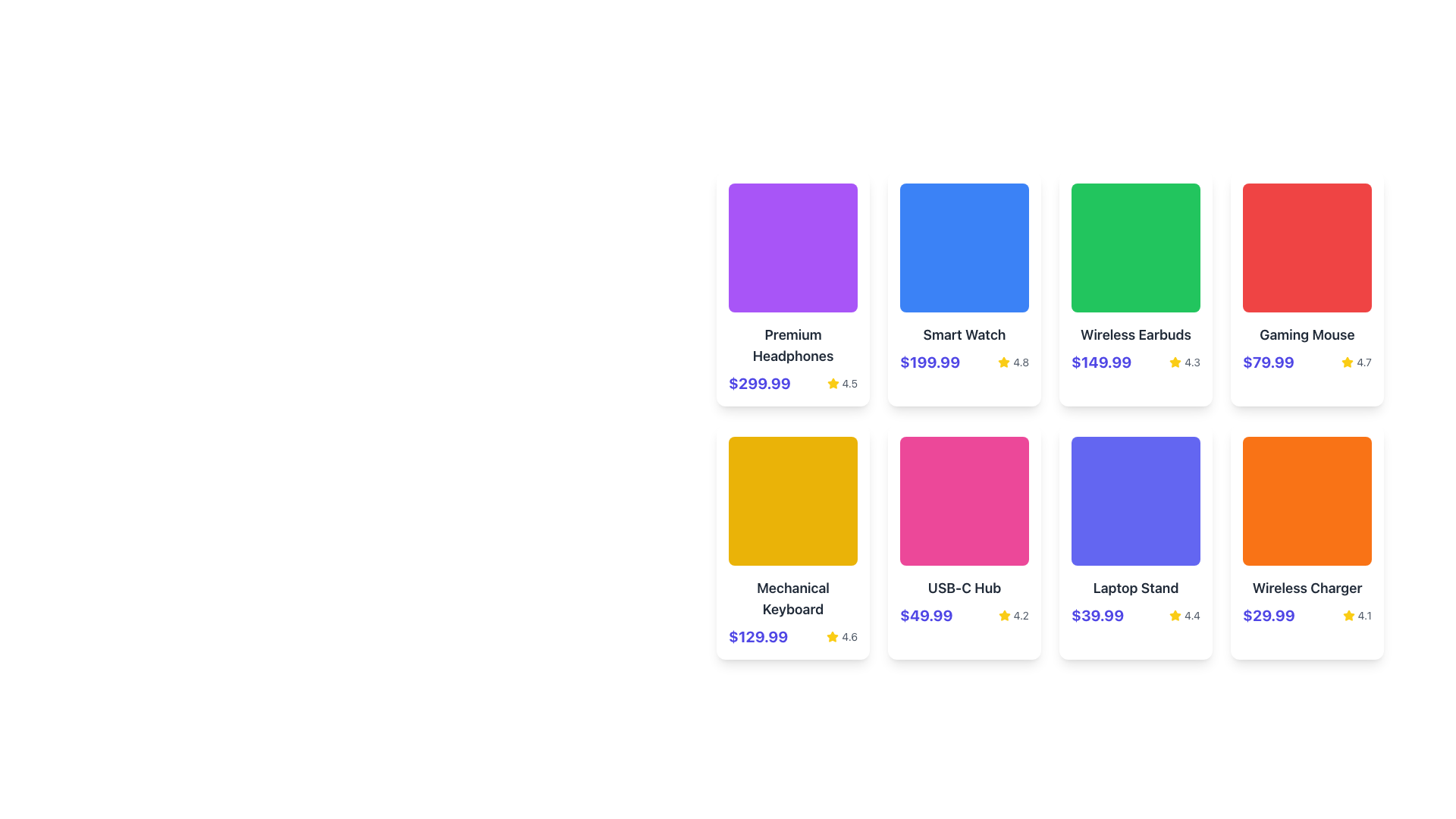 The height and width of the screenshot is (819, 1456). I want to click on text displaying the rating value of '4.1' from the rating indicator with a star icon, located at the bottom-right side of the 'Wireless Charger' card, so click(1357, 616).